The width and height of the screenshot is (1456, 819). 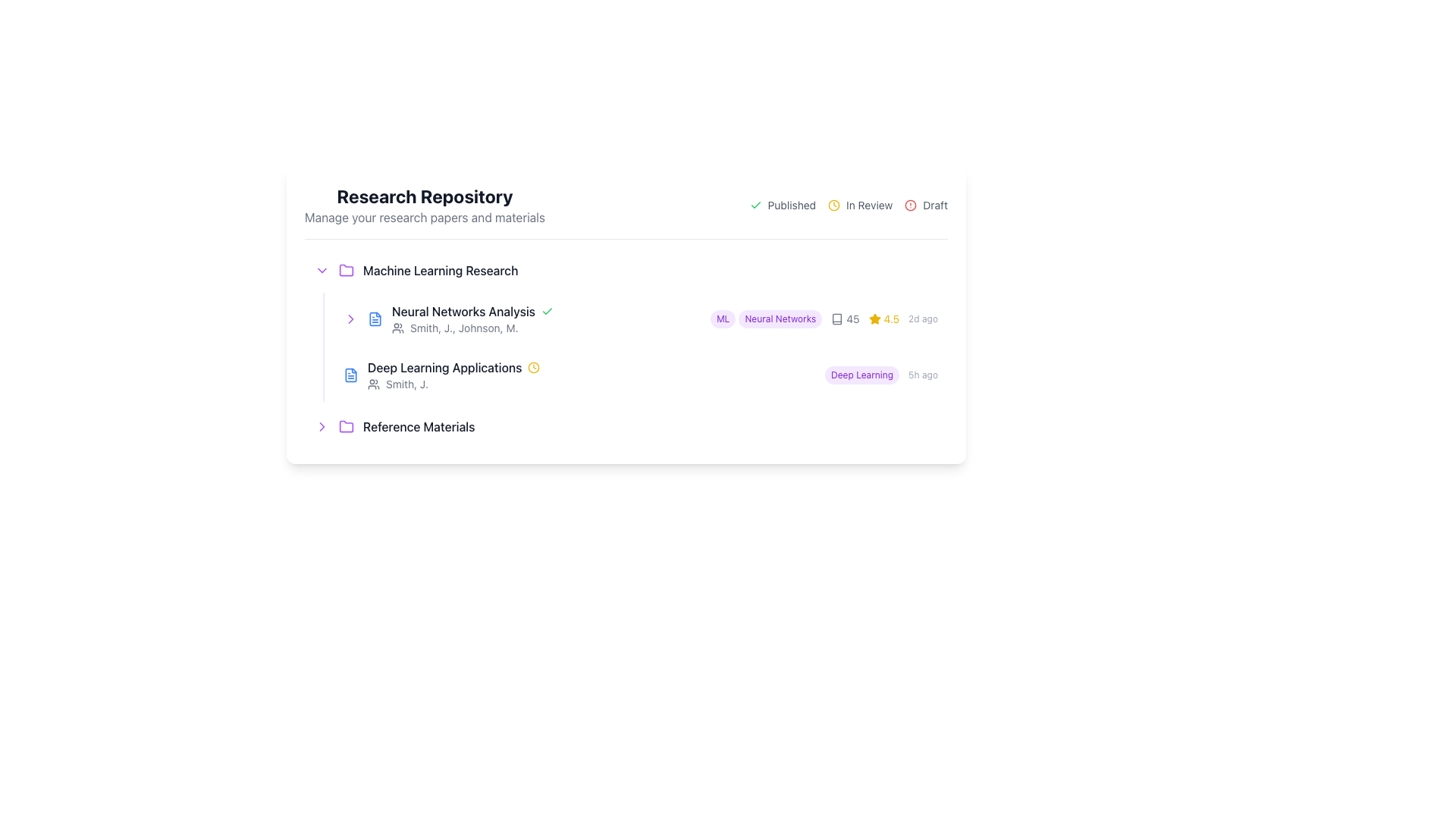 What do you see at coordinates (925, 205) in the screenshot?
I see `status represented by the 'Draft' label with an exclamation mark icon located in the top-right corner of the content management section` at bounding box center [925, 205].